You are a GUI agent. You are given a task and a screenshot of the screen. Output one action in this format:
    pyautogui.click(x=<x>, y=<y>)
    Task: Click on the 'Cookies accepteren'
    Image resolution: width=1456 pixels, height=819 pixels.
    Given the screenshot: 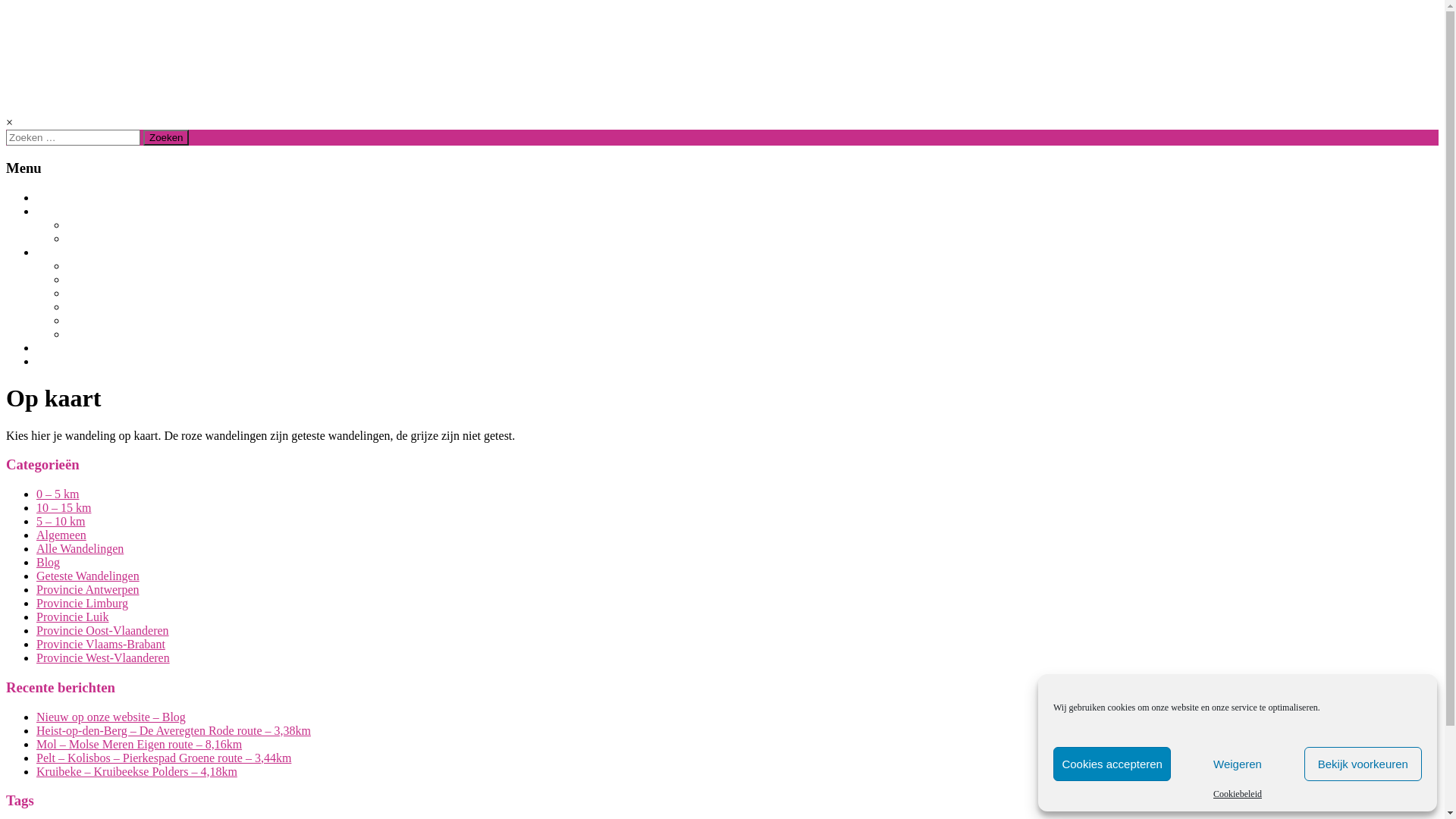 What is the action you would take?
    pyautogui.click(x=1052, y=764)
    